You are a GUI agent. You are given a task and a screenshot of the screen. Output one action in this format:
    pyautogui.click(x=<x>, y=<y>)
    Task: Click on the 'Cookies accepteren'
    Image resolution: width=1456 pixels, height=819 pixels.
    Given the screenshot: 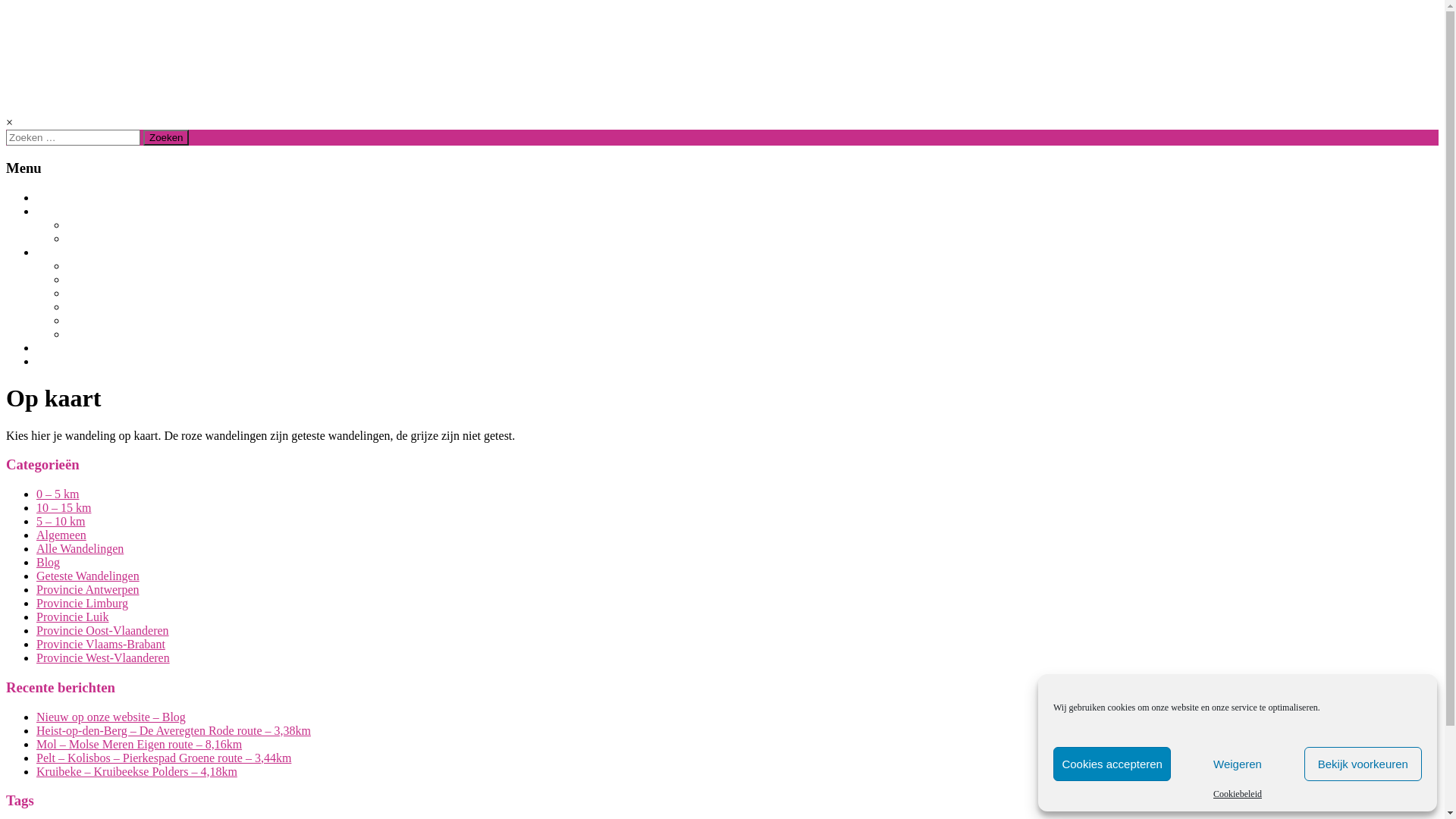 What is the action you would take?
    pyautogui.click(x=1052, y=764)
    